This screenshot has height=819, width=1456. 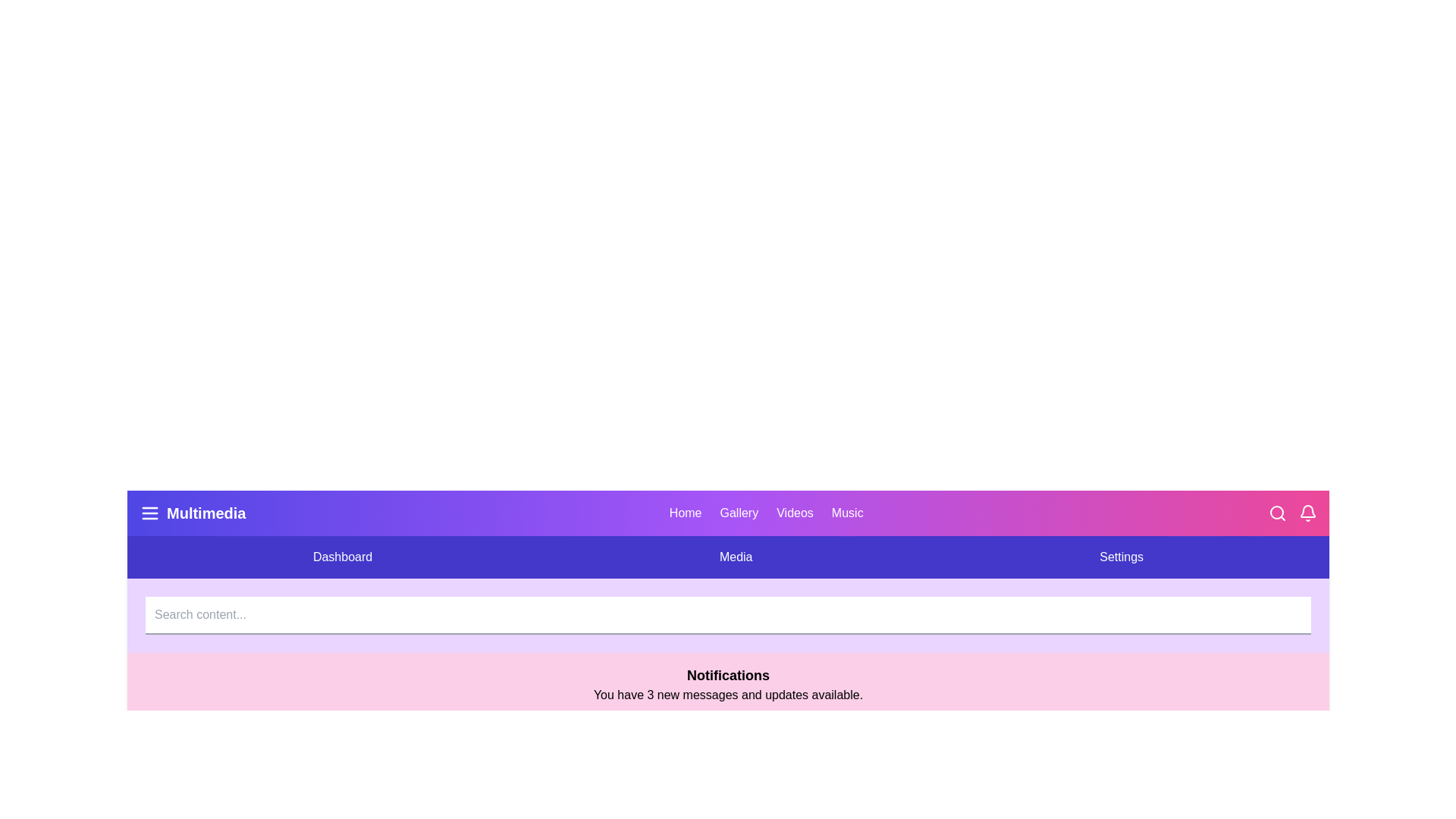 What do you see at coordinates (1276, 513) in the screenshot?
I see `the search icon to toggle the search bar visibility` at bounding box center [1276, 513].